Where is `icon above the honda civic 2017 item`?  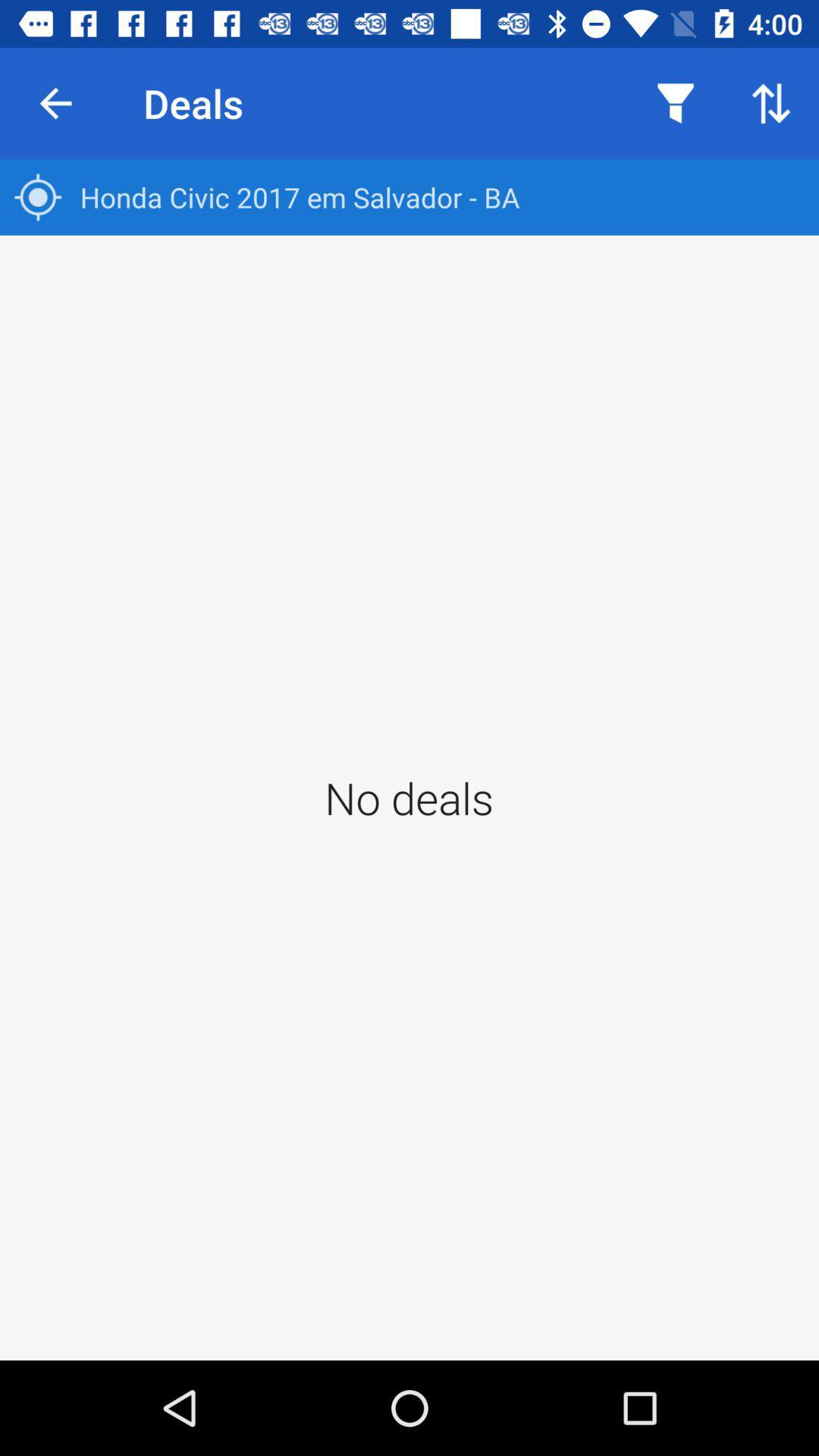 icon above the honda civic 2017 item is located at coordinates (675, 102).